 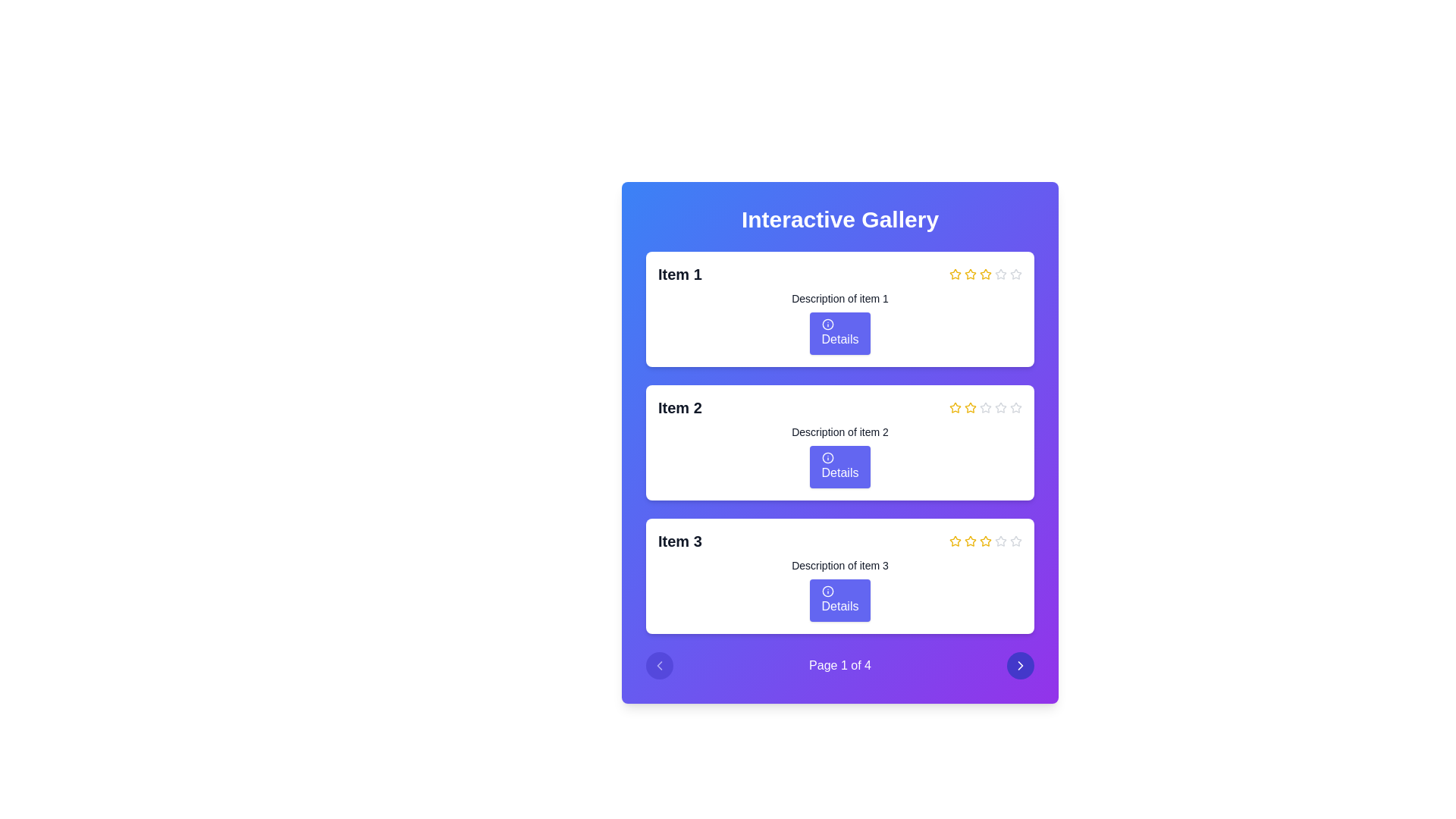 I want to click on the 'Details' button which contains the information icon for the first item in the list, so click(x=827, y=324).